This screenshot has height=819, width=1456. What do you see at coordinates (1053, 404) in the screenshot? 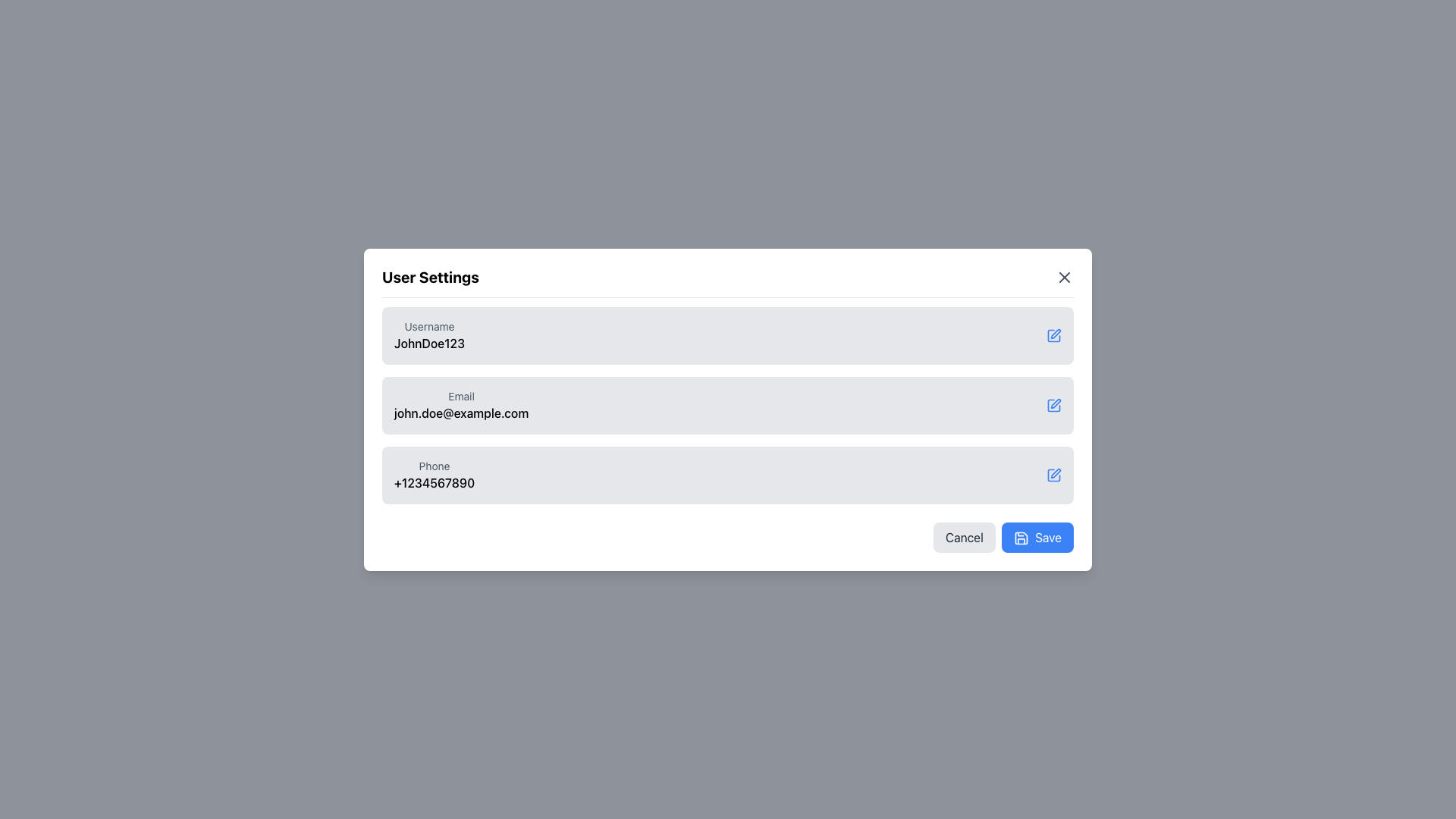
I see `the edit button located to the right of the 'Email' section, adjacent to the input field displaying 'john.doe@example.com', to observe a styling change` at bounding box center [1053, 404].